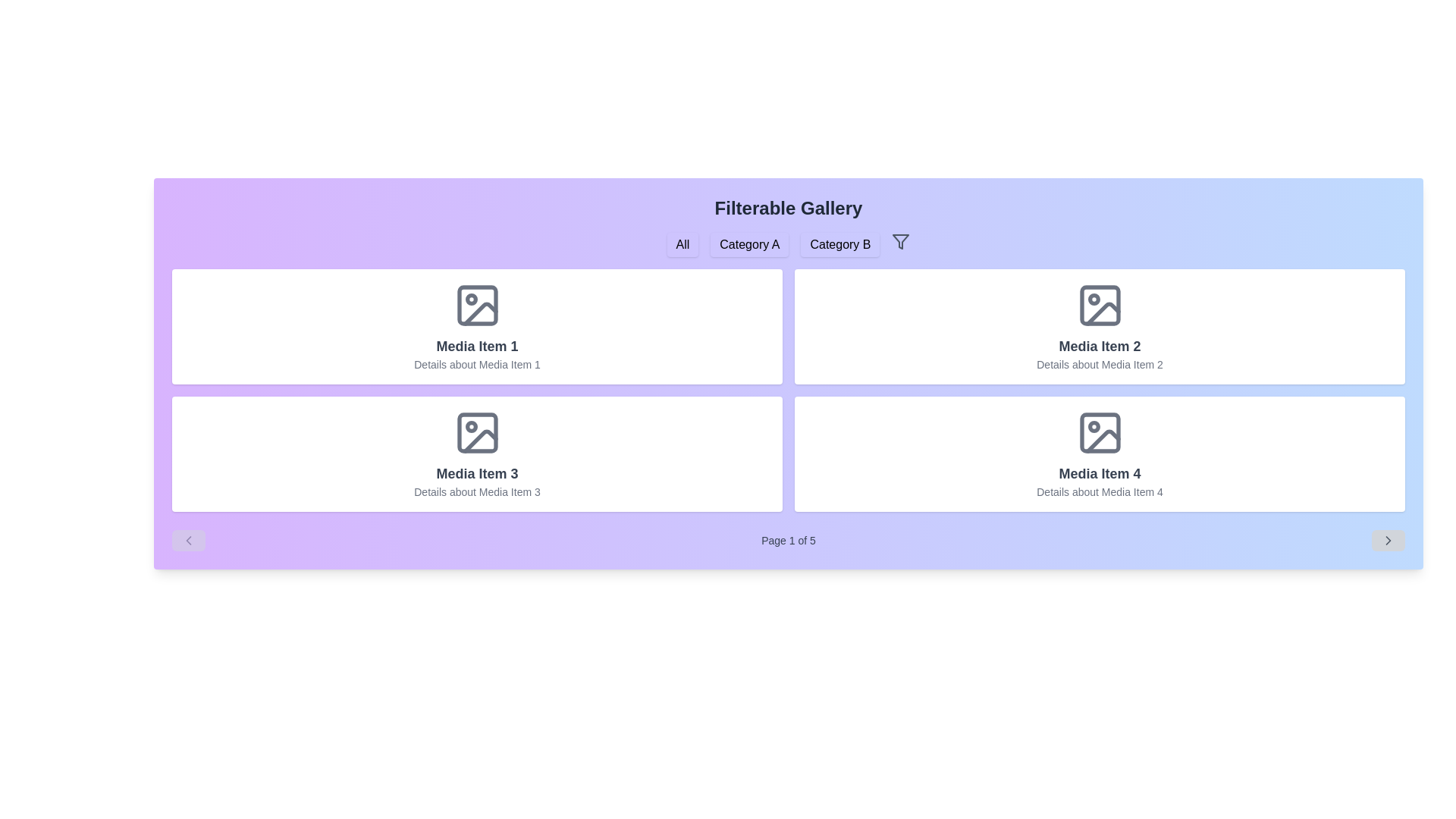 The height and width of the screenshot is (819, 1456). Describe the element at coordinates (1388, 540) in the screenshot. I see `the chevron arrow icon in the bottom-right corner of the interface` at that location.